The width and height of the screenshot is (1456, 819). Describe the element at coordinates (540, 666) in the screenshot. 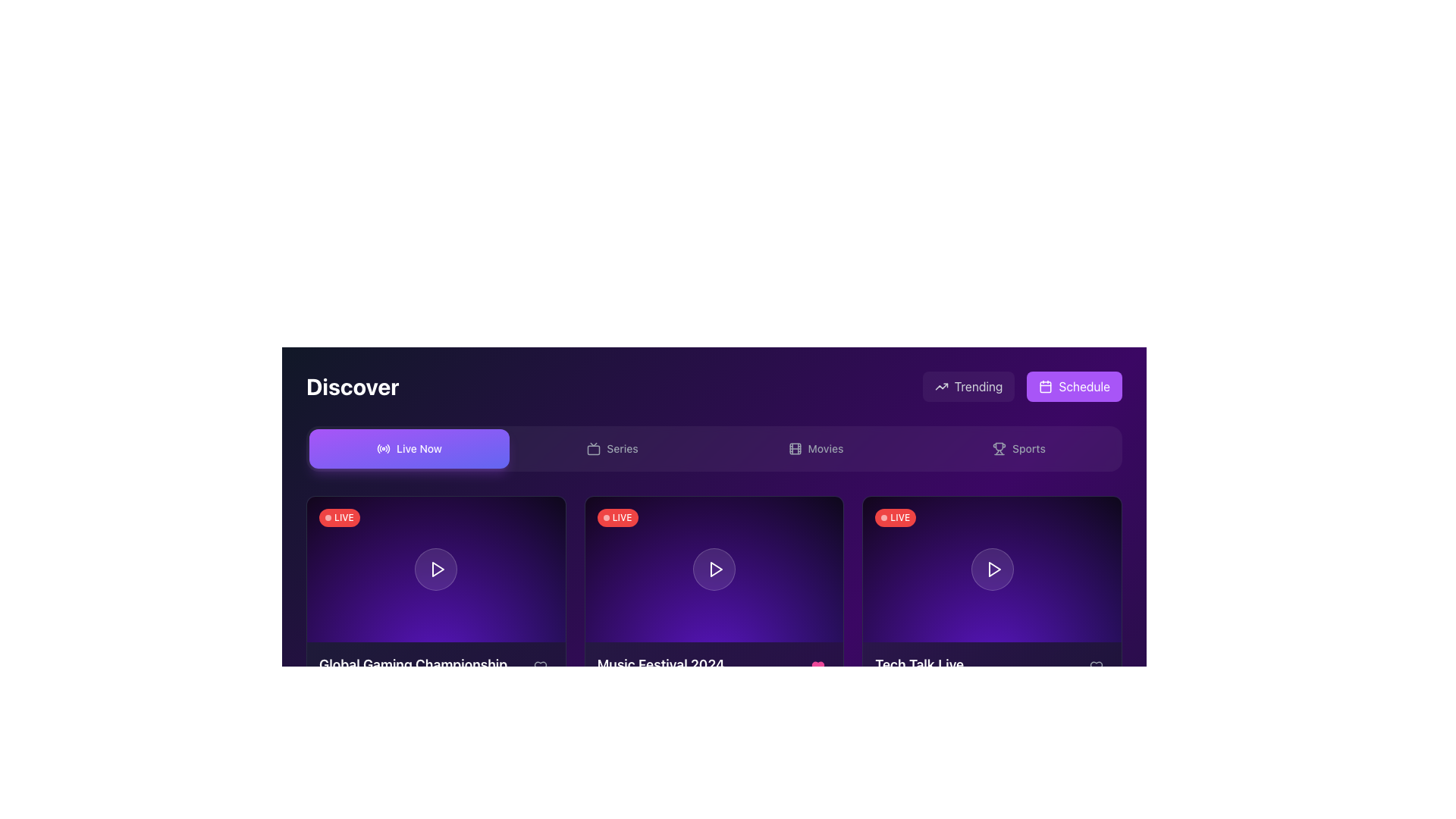

I see `the circular button with a light gray heart icon` at that location.